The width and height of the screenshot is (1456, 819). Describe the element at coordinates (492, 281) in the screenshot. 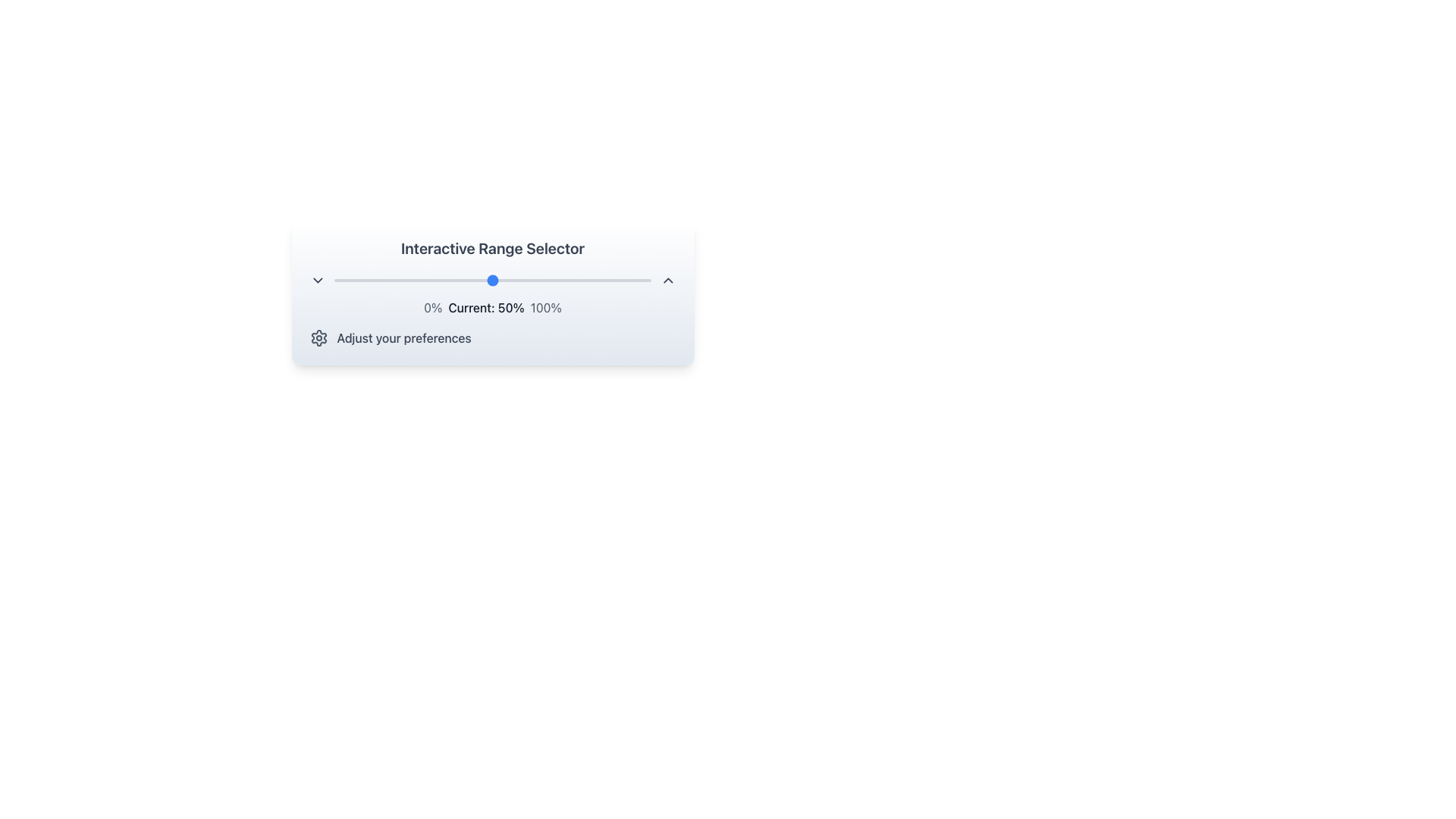

I see `the track of the range slider to set the handle to a specific position, as the slider allows users` at that location.